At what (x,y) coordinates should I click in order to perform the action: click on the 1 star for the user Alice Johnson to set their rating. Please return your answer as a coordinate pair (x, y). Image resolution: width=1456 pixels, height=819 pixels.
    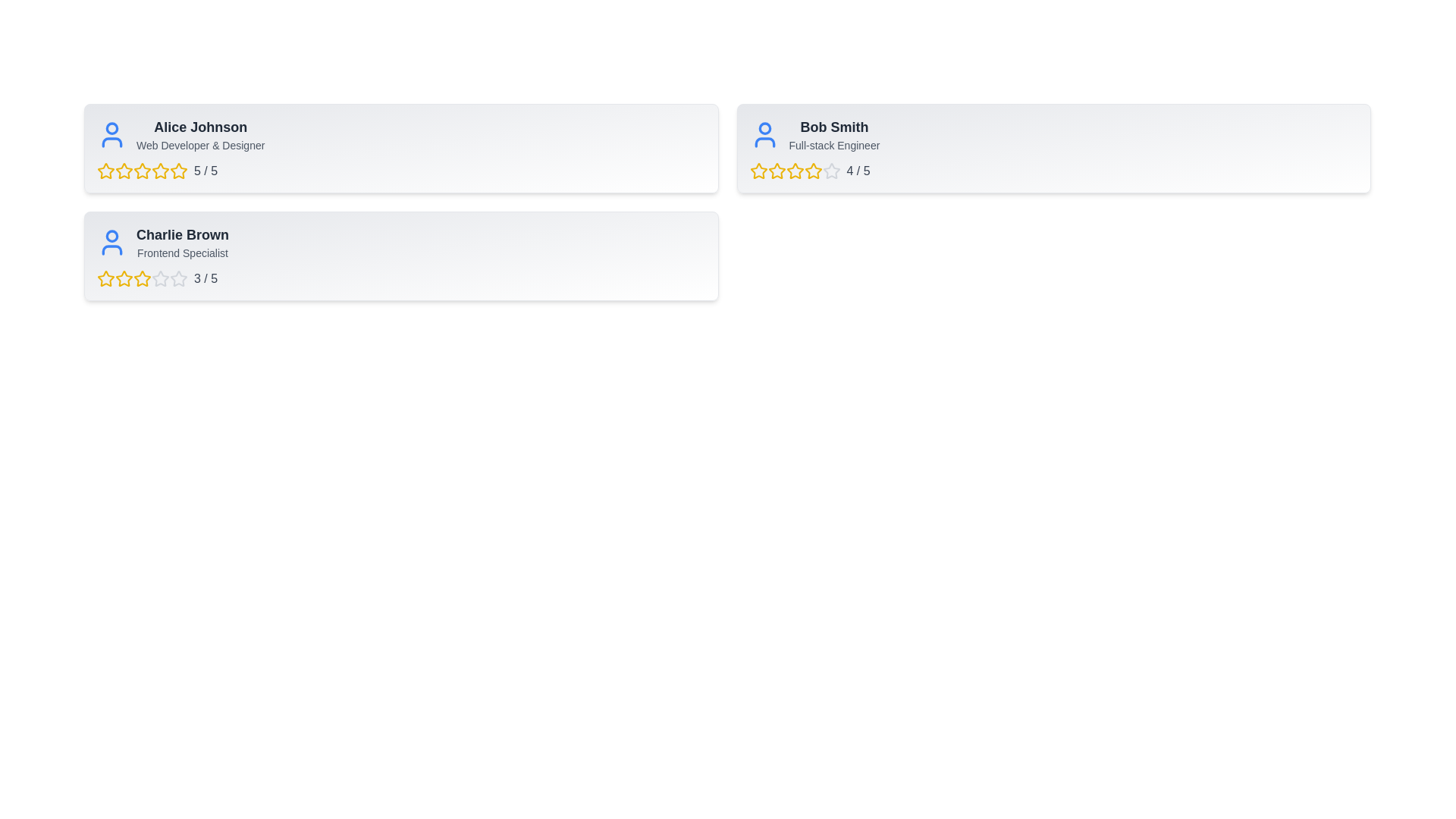
    Looking at the image, I should click on (105, 171).